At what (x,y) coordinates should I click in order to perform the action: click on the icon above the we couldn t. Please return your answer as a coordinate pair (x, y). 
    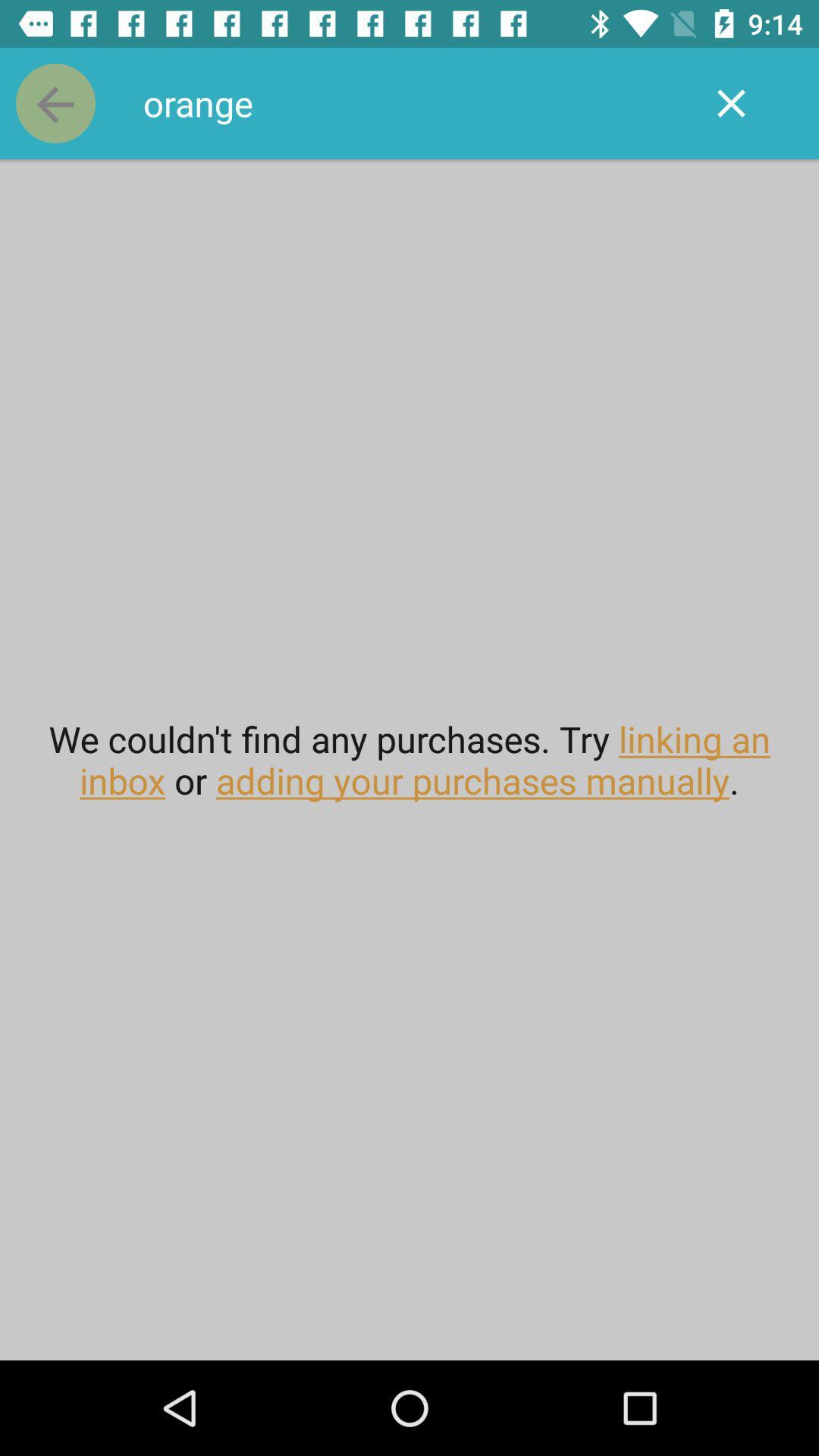
    Looking at the image, I should click on (730, 102).